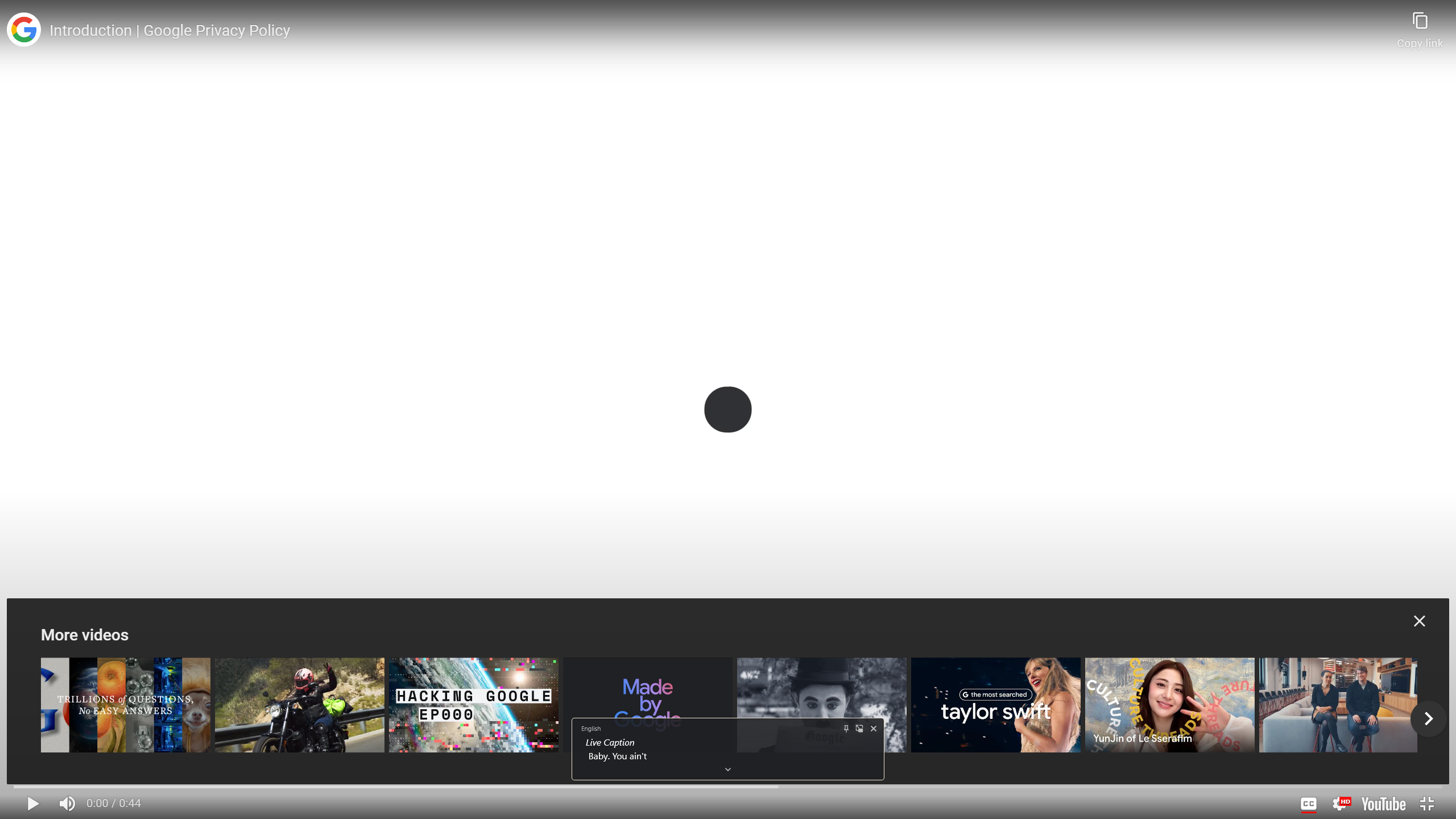  What do you see at coordinates (67, 803) in the screenshot?
I see `'Mute (m)'` at bounding box center [67, 803].